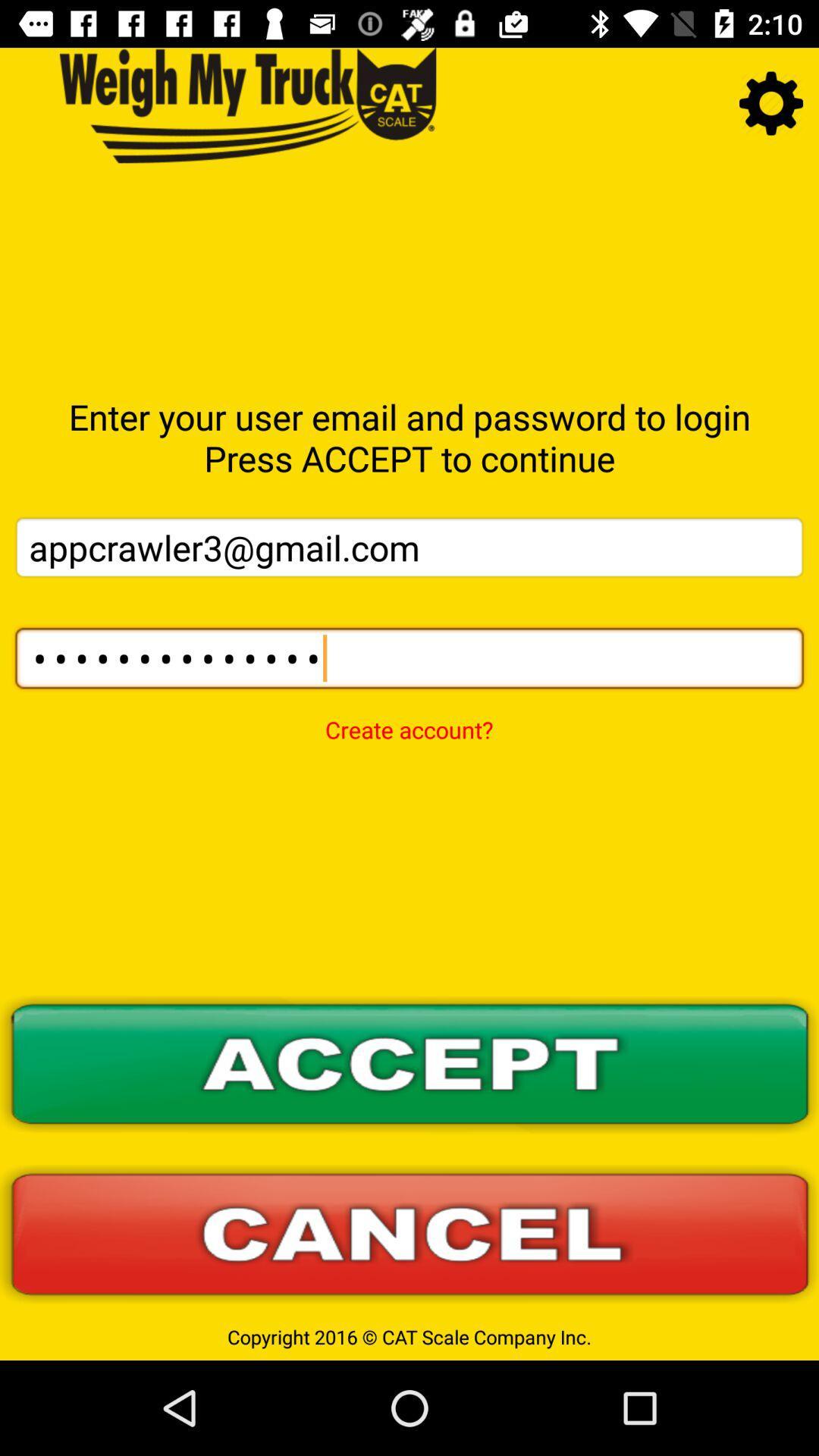 Image resolution: width=819 pixels, height=1456 pixels. Describe the element at coordinates (771, 102) in the screenshot. I see `the item above the enter your user icon` at that location.